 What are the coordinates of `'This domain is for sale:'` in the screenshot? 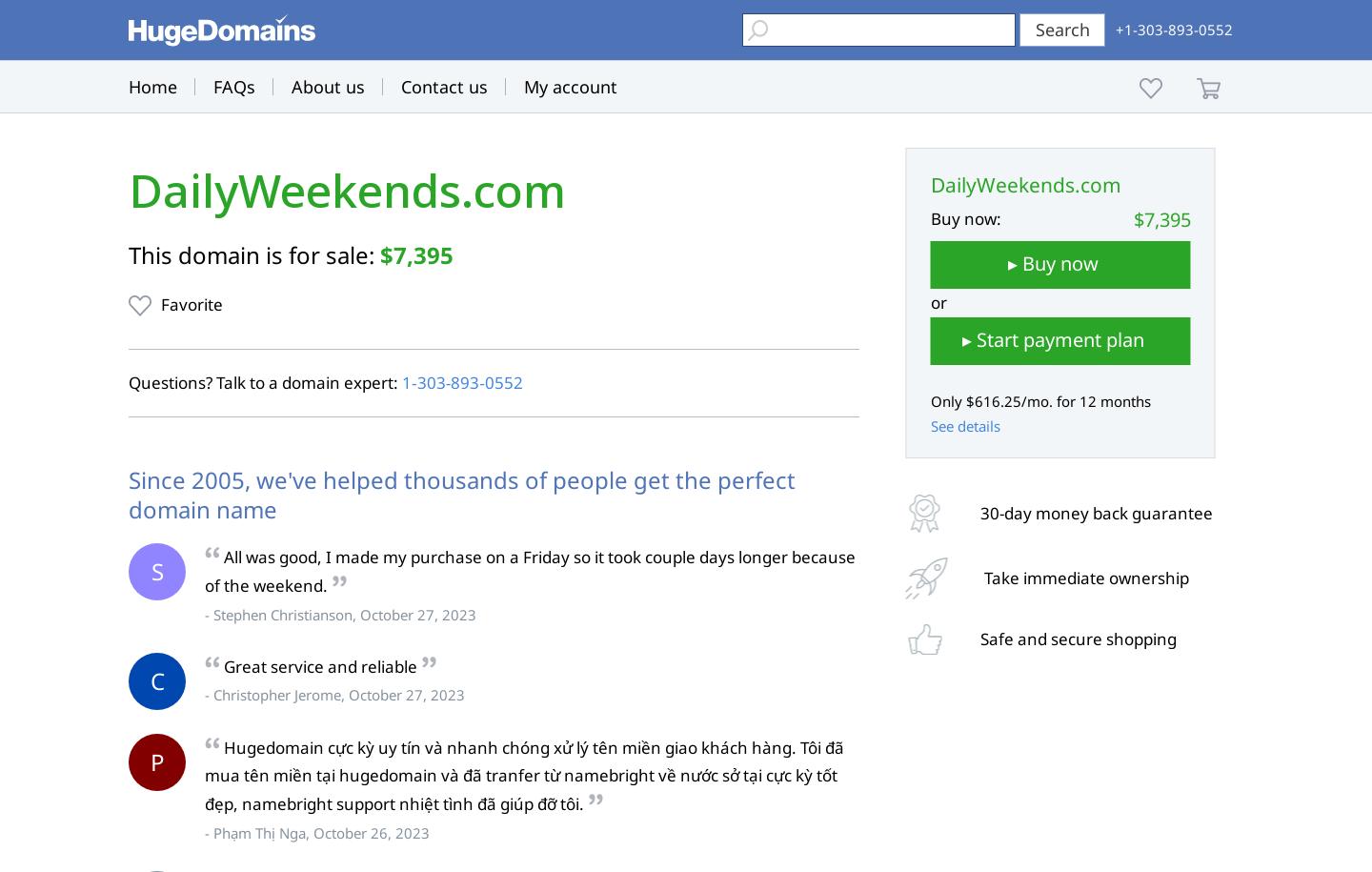 It's located at (252, 253).